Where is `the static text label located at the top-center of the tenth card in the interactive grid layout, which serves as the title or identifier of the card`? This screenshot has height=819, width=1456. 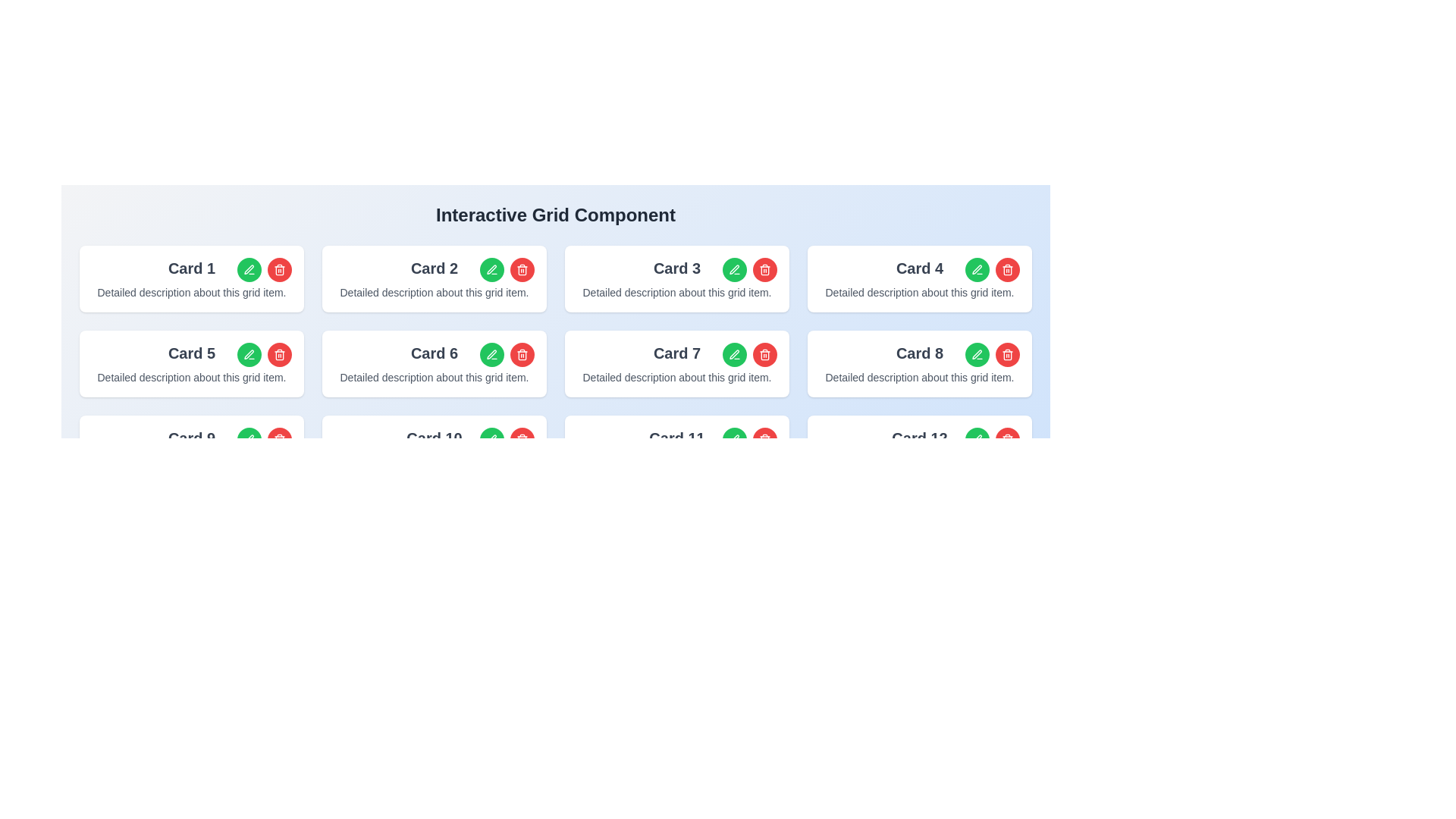
the static text label located at the top-center of the tenth card in the interactive grid layout, which serves as the title or identifier of the card is located at coordinates (433, 438).